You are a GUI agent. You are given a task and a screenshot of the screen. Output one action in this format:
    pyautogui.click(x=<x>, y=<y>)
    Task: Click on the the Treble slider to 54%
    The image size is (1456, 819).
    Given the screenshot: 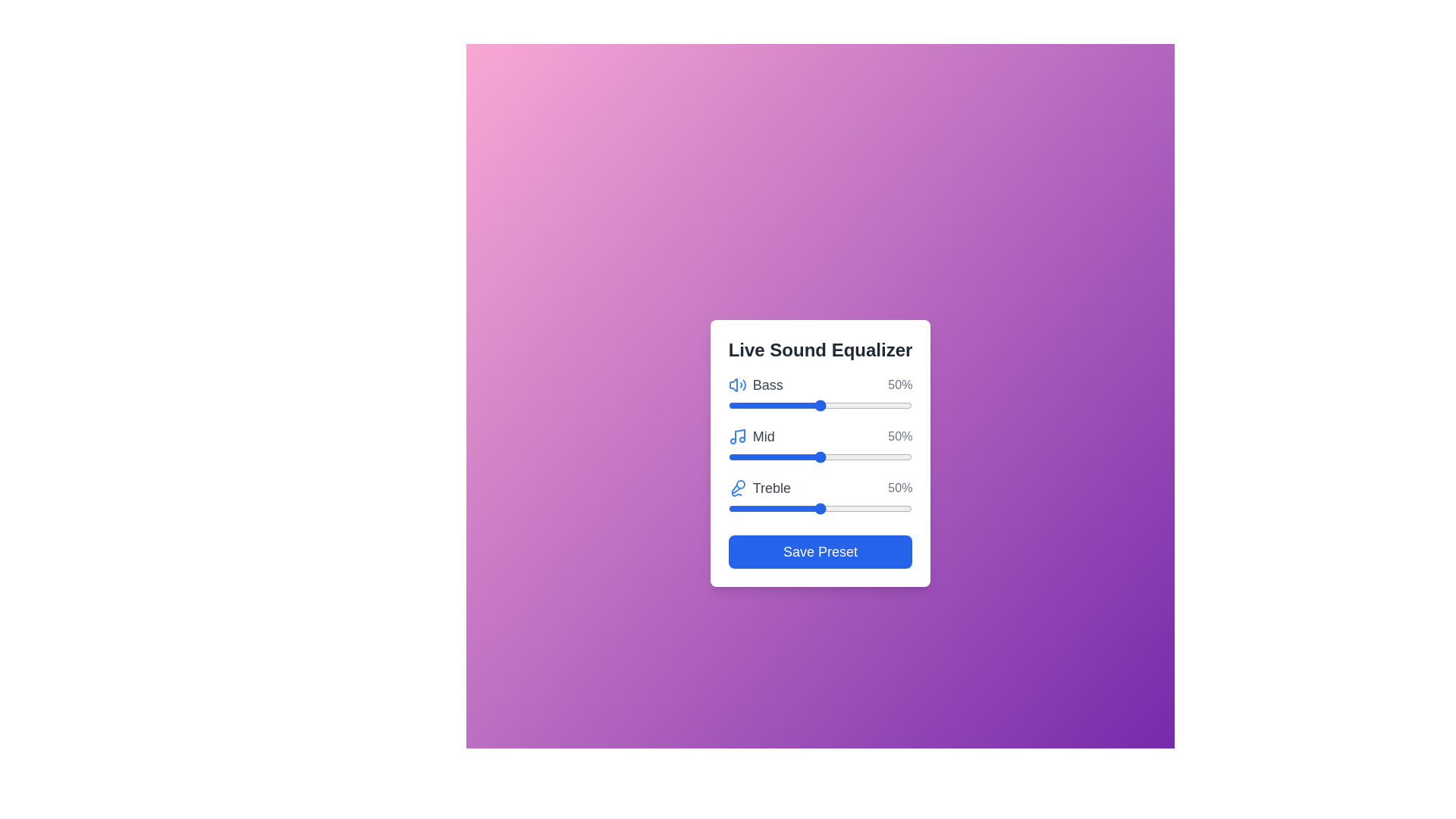 What is the action you would take?
    pyautogui.click(x=827, y=509)
    